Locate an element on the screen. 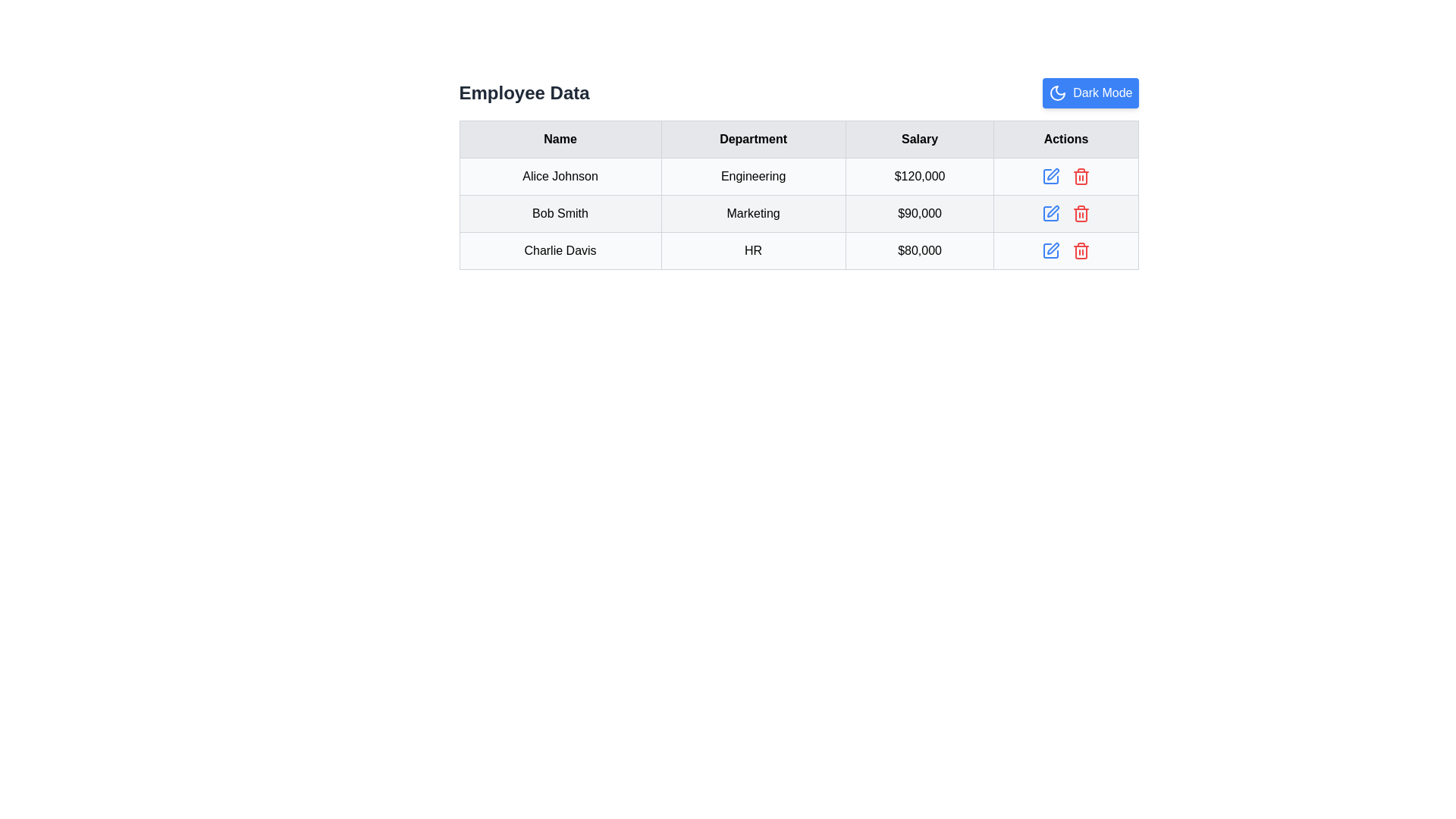 The width and height of the screenshot is (1456, 819). the text label displaying 'Engineering' in the second column of the first row under the 'Department' header in the 'Employee Data' table is located at coordinates (753, 175).